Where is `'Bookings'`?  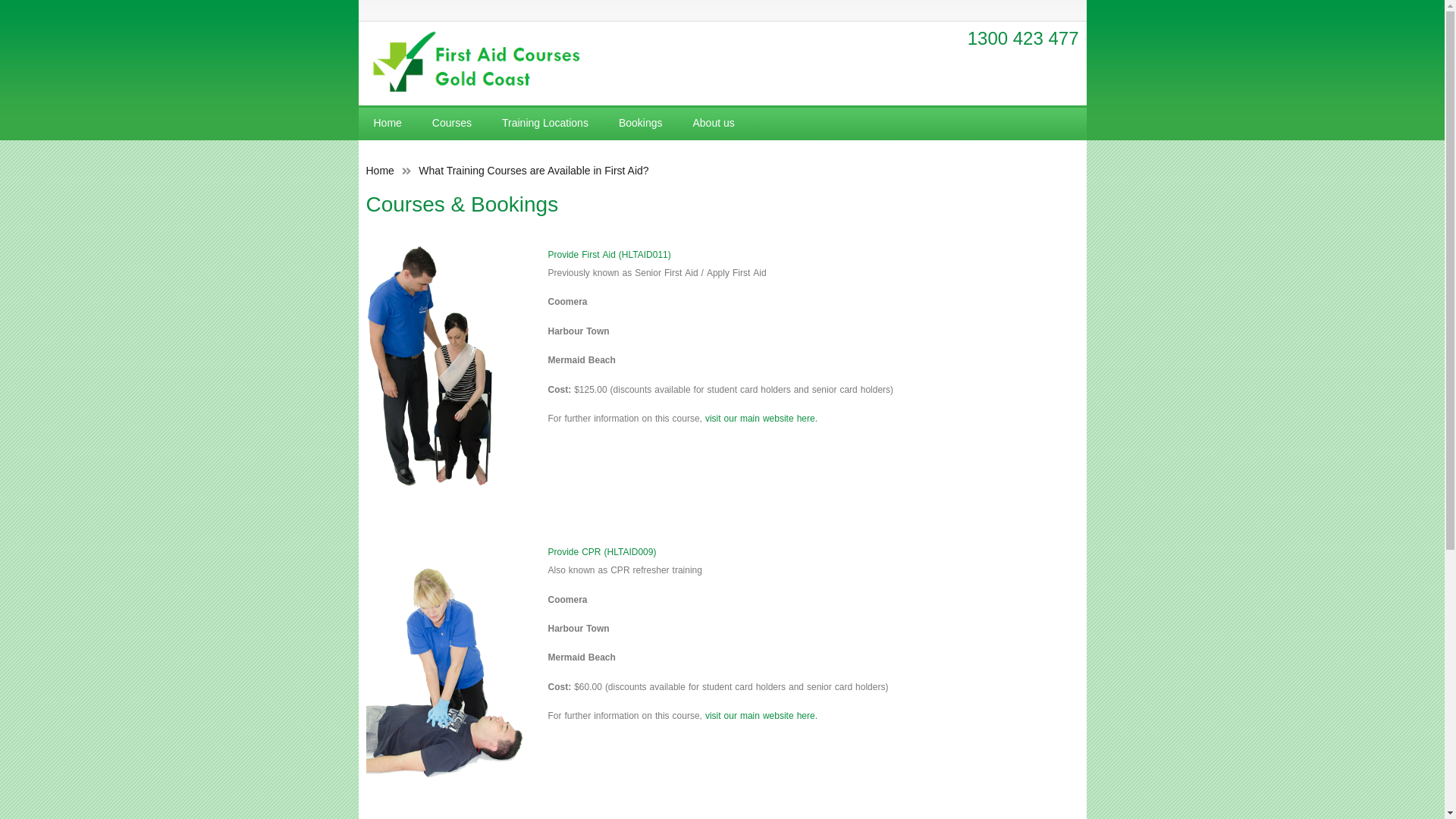
'Bookings' is located at coordinates (640, 122).